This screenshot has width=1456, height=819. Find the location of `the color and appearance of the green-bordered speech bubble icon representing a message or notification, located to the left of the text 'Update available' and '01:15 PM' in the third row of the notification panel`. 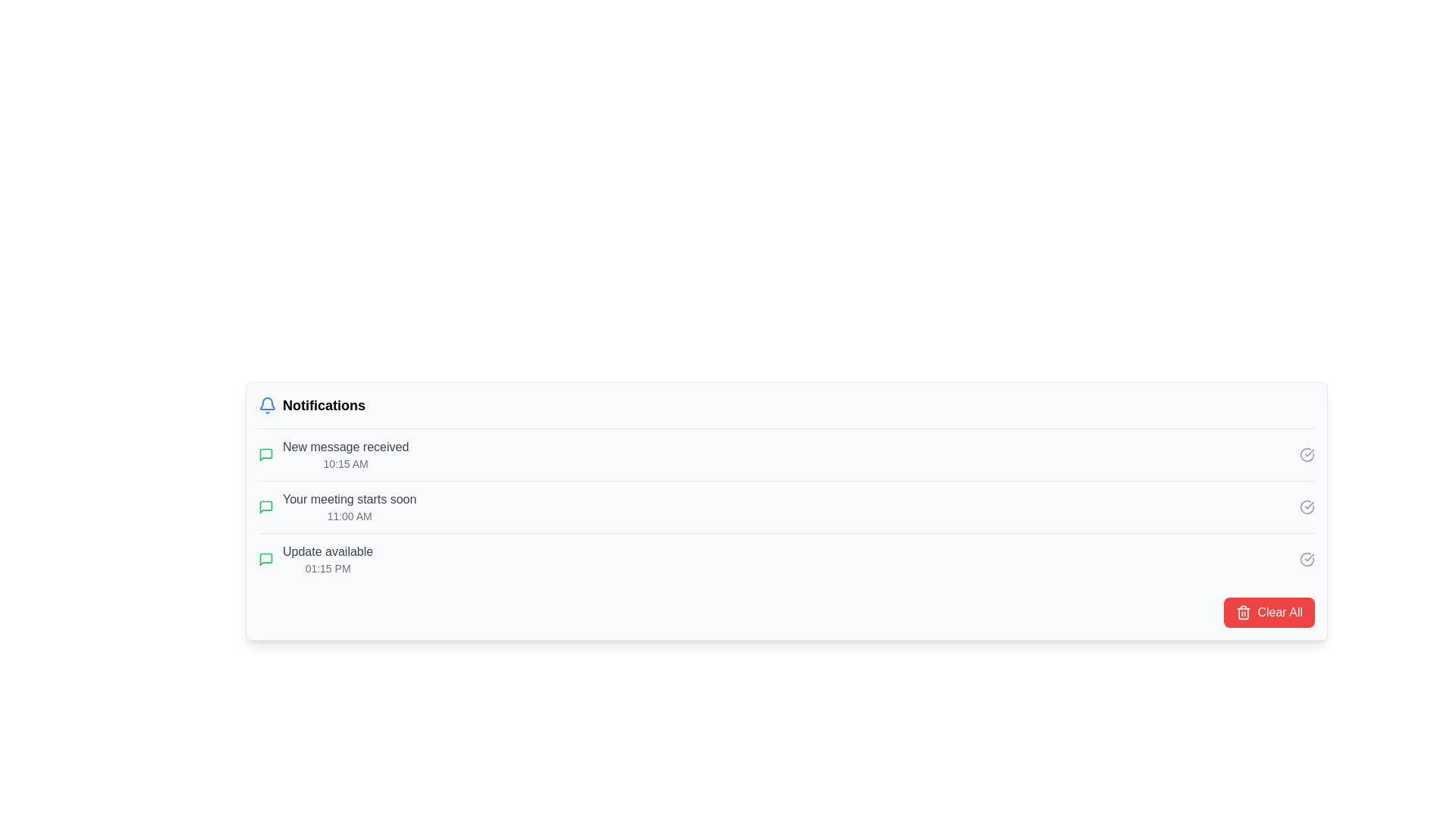

the color and appearance of the green-bordered speech bubble icon representing a message or notification, located to the left of the text 'Update available' and '01:15 PM' in the third row of the notification panel is located at coordinates (265, 559).